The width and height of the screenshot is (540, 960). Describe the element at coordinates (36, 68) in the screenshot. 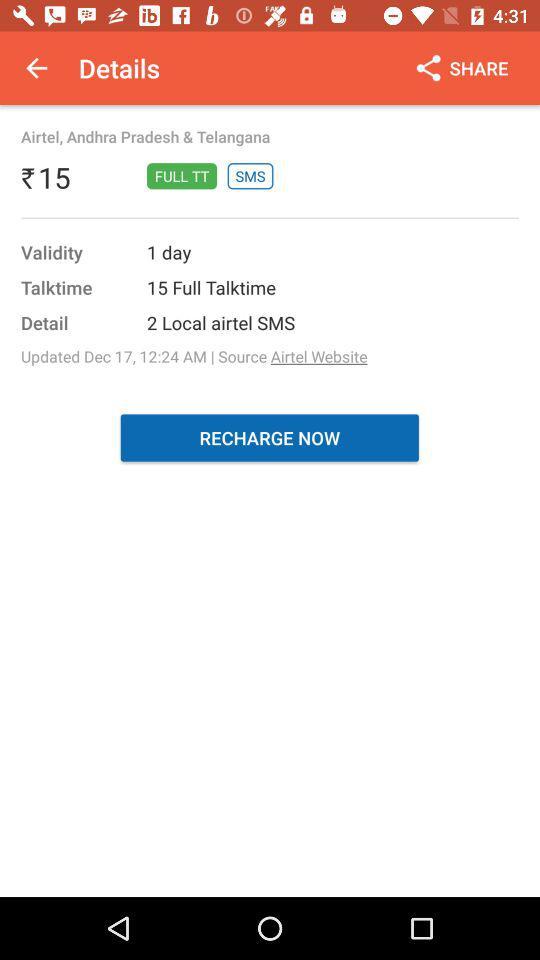

I see `app to the left of the details icon` at that location.